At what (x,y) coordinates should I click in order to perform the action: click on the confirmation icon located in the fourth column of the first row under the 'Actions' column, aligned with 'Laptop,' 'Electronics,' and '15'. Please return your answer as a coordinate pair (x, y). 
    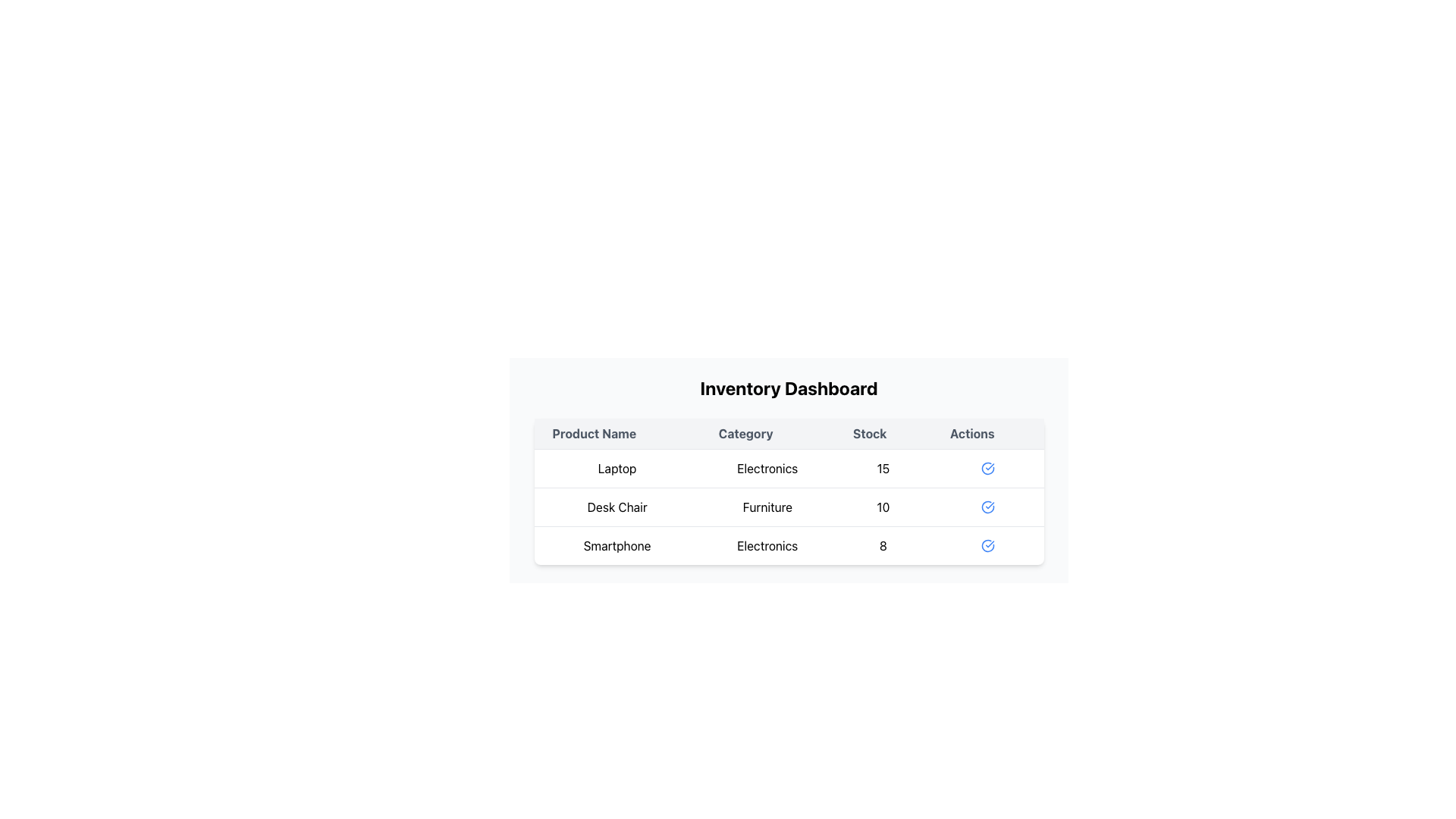
    Looking at the image, I should click on (987, 467).